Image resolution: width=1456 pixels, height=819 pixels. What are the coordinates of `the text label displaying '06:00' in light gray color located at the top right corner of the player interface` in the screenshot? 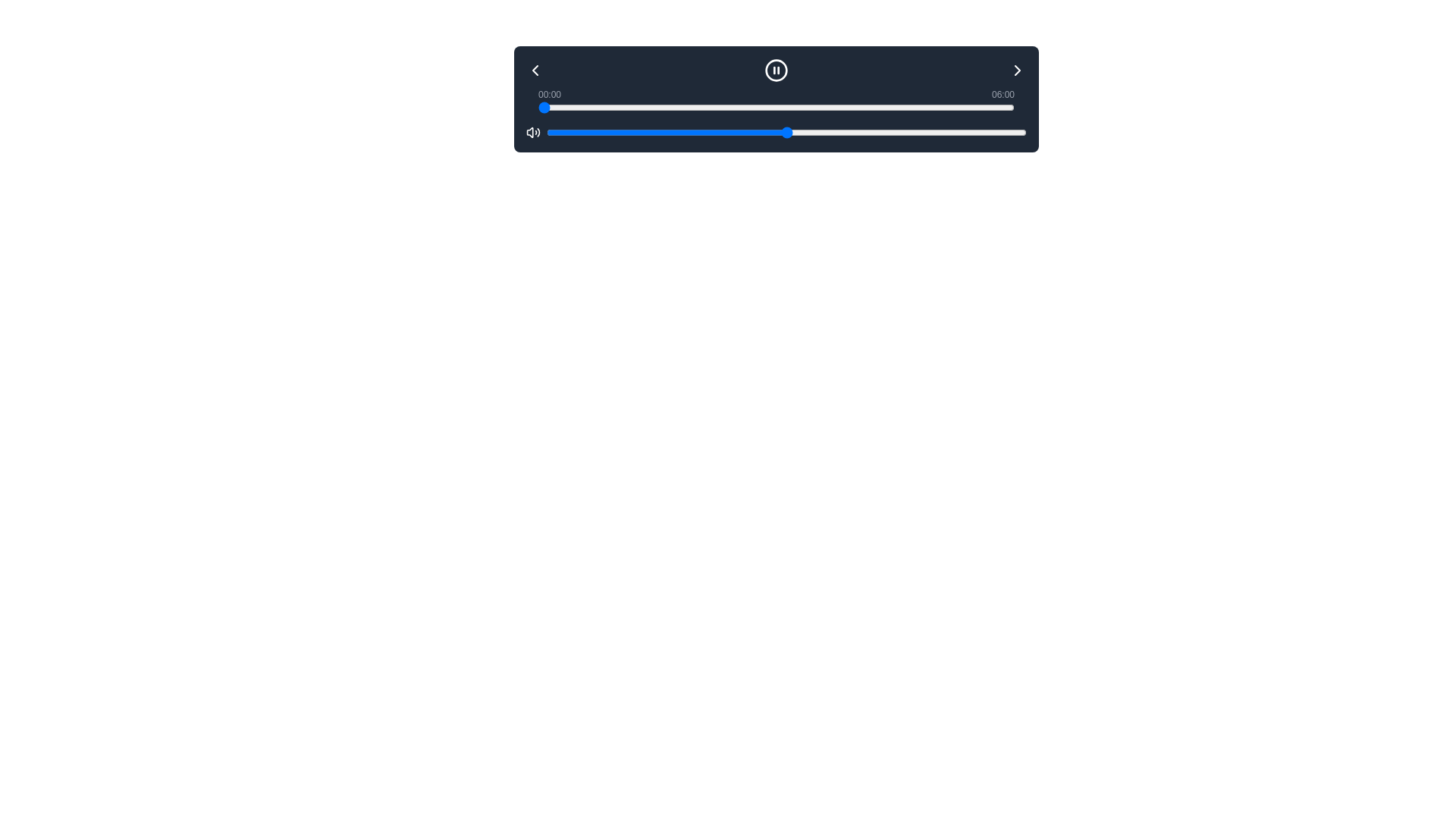 It's located at (1003, 94).